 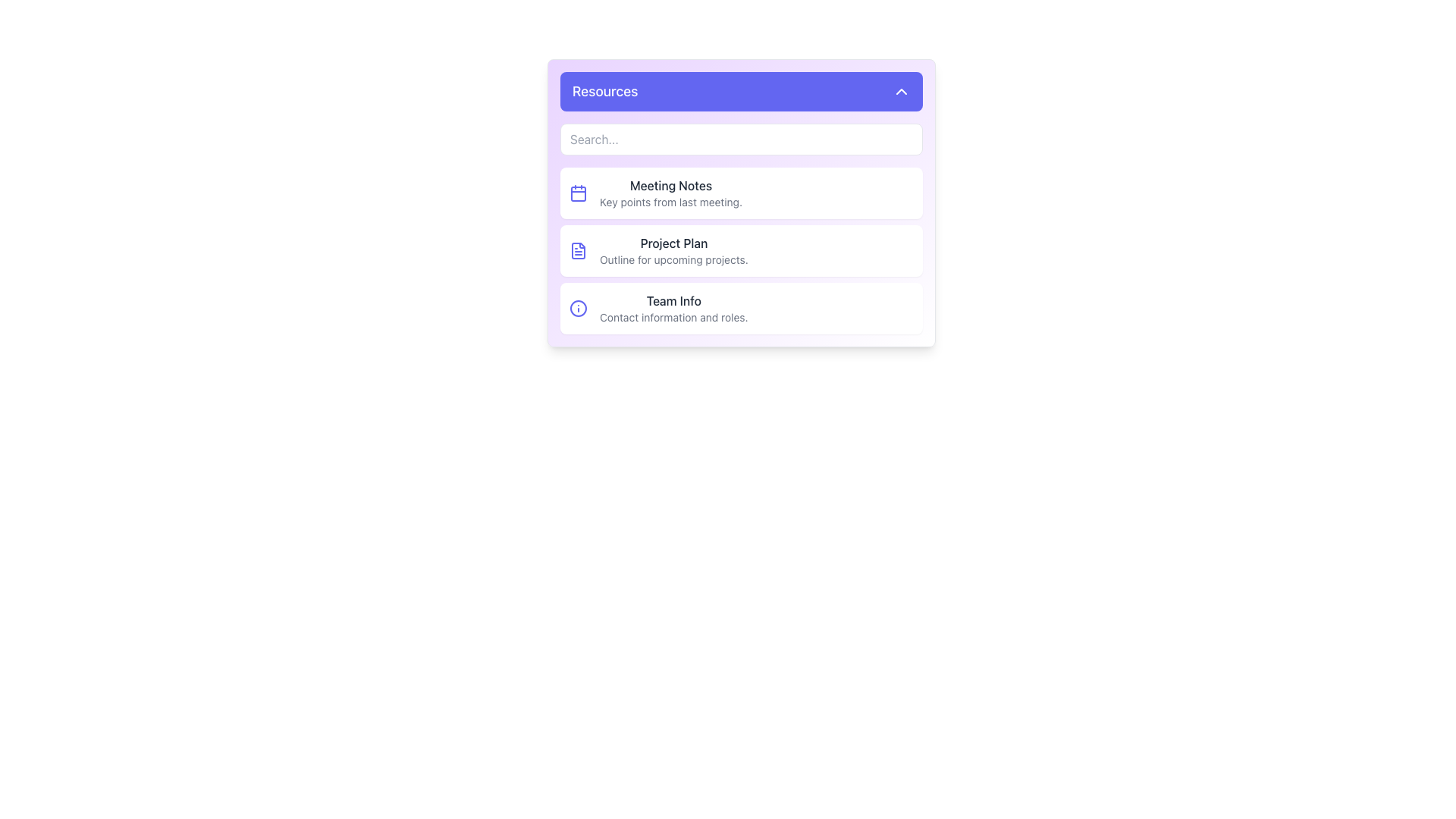 I want to click on the inner rounded rectangle of the calendar icon aligned to the left of the 'Meeting Notes' label under the 'Resources' section, so click(x=578, y=193).